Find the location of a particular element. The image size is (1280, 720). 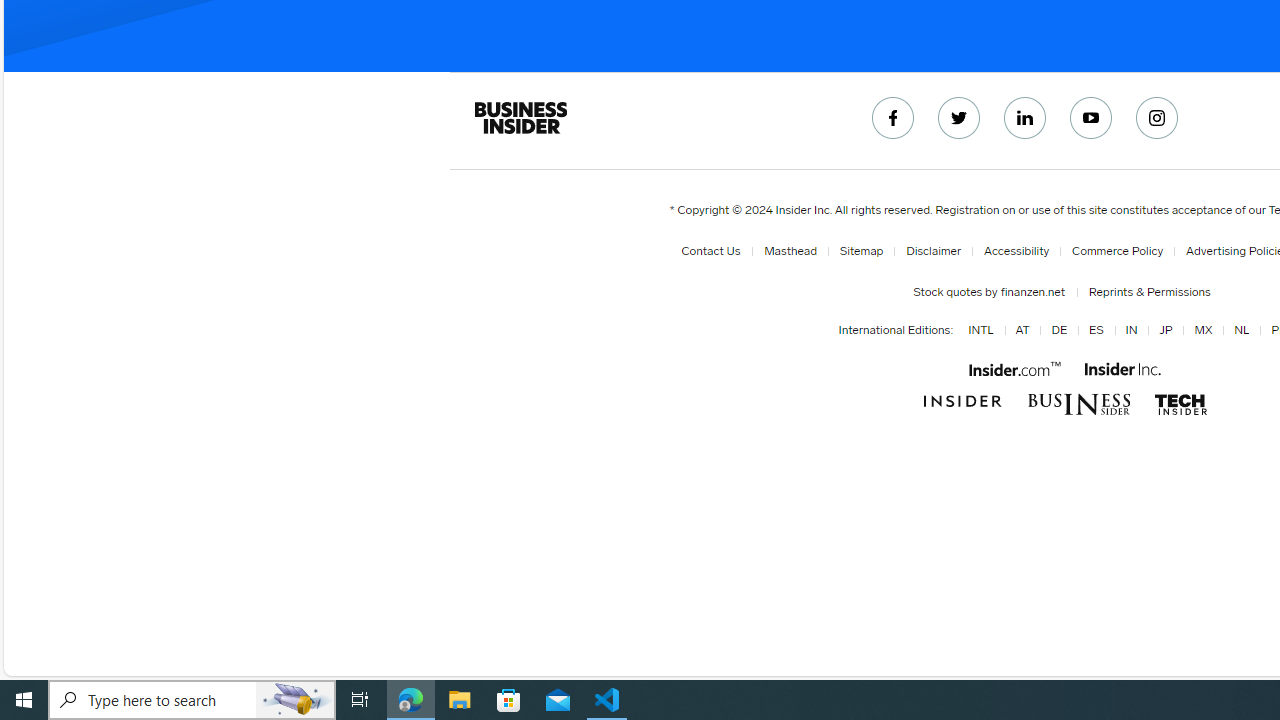

'Tech Insider Logo' is located at coordinates (1180, 404).